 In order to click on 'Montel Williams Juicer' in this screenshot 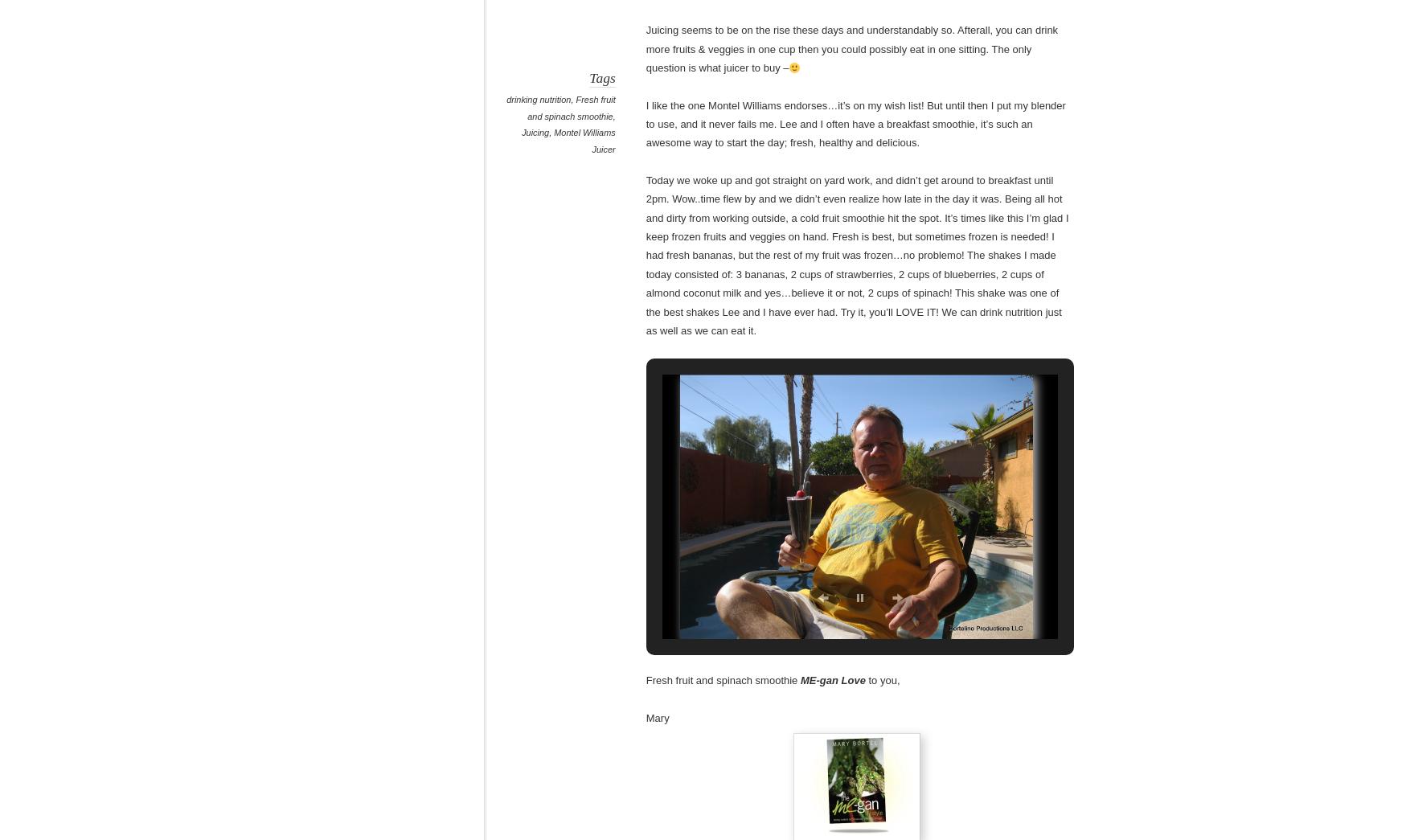, I will do `click(584, 141)`.